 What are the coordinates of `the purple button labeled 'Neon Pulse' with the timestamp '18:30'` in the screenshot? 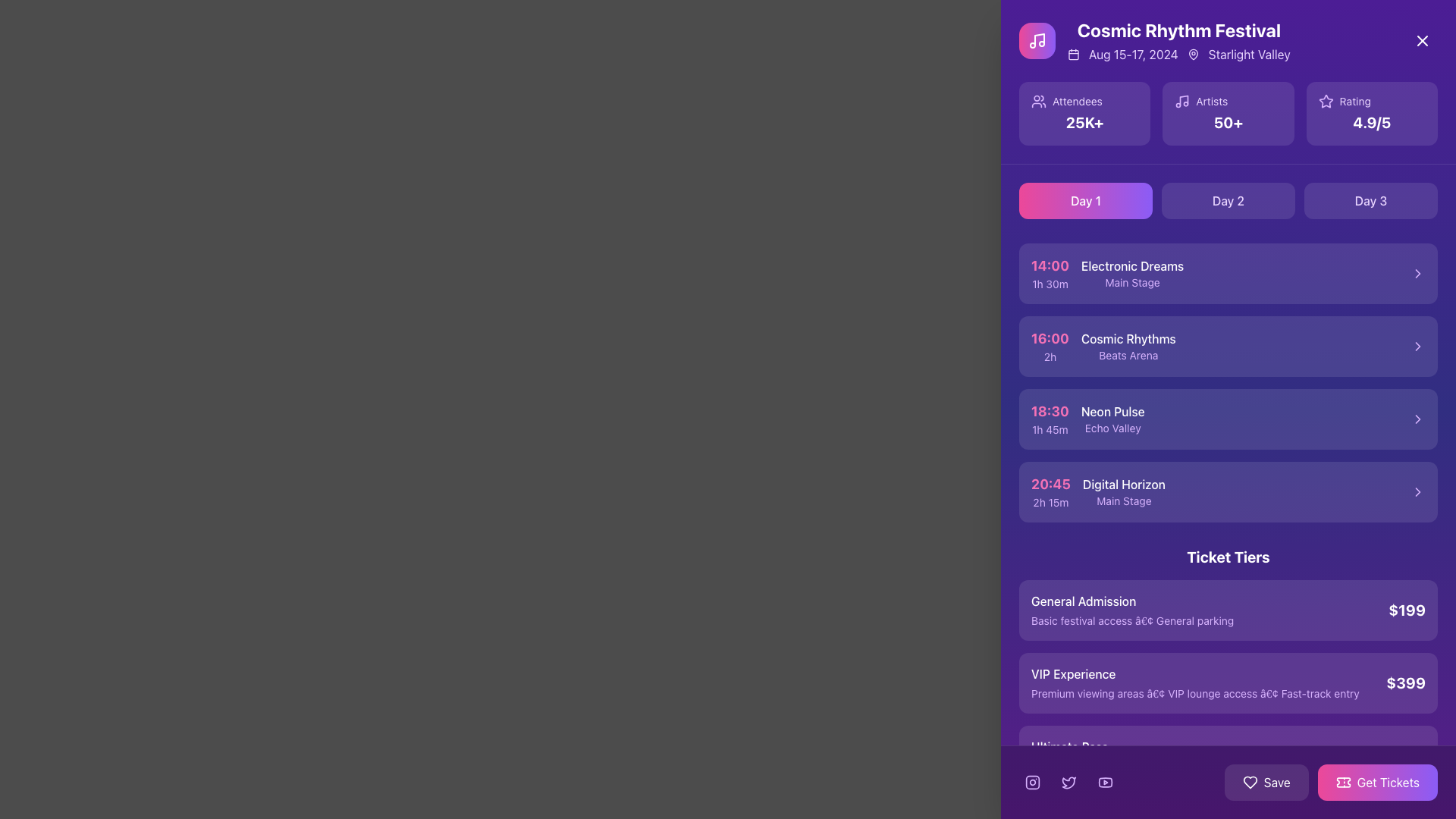 It's located at (1228, 419).